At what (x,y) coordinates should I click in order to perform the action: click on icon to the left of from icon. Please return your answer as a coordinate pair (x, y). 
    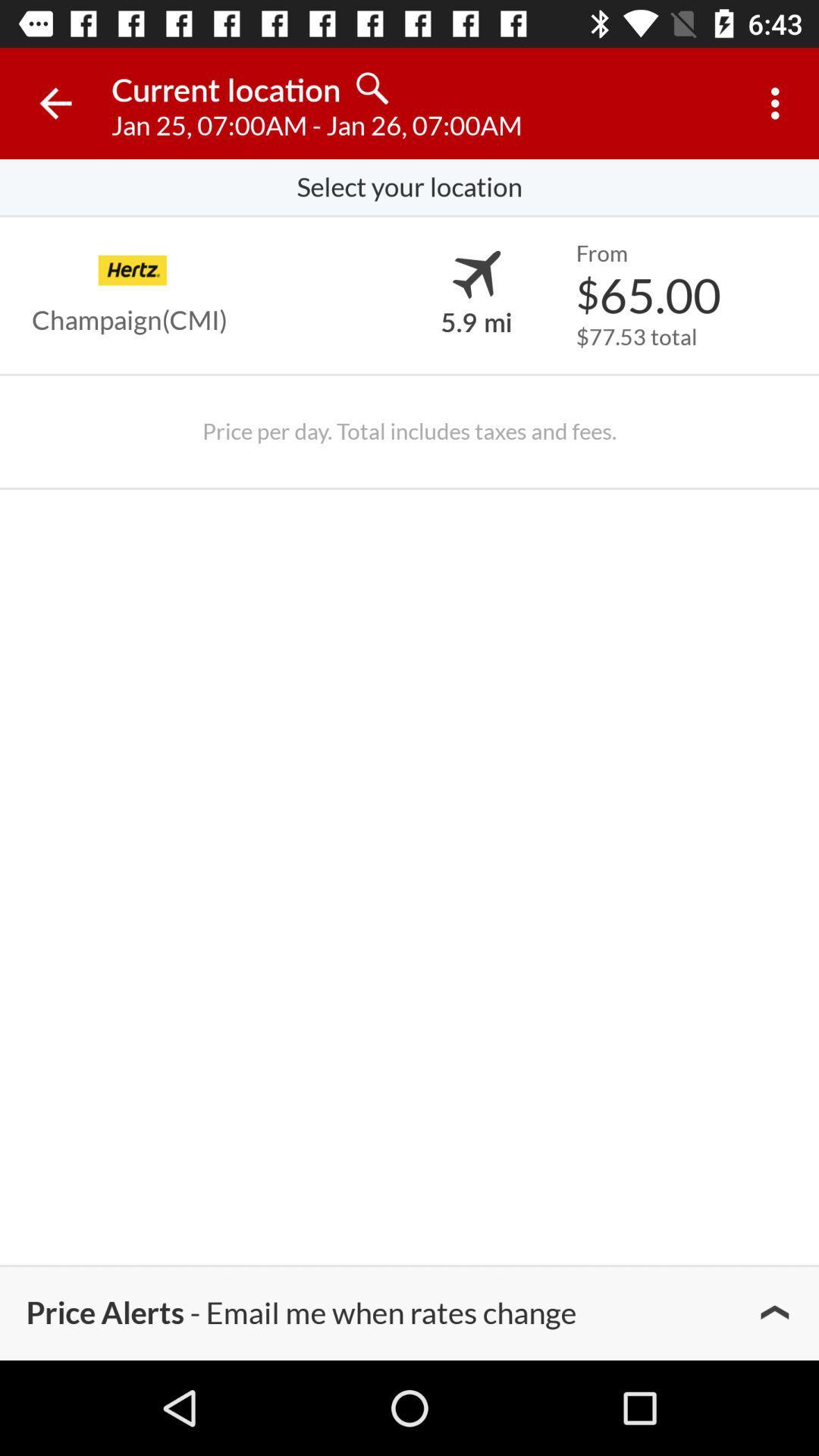
    Looking at the image, I should click on (475, 275).